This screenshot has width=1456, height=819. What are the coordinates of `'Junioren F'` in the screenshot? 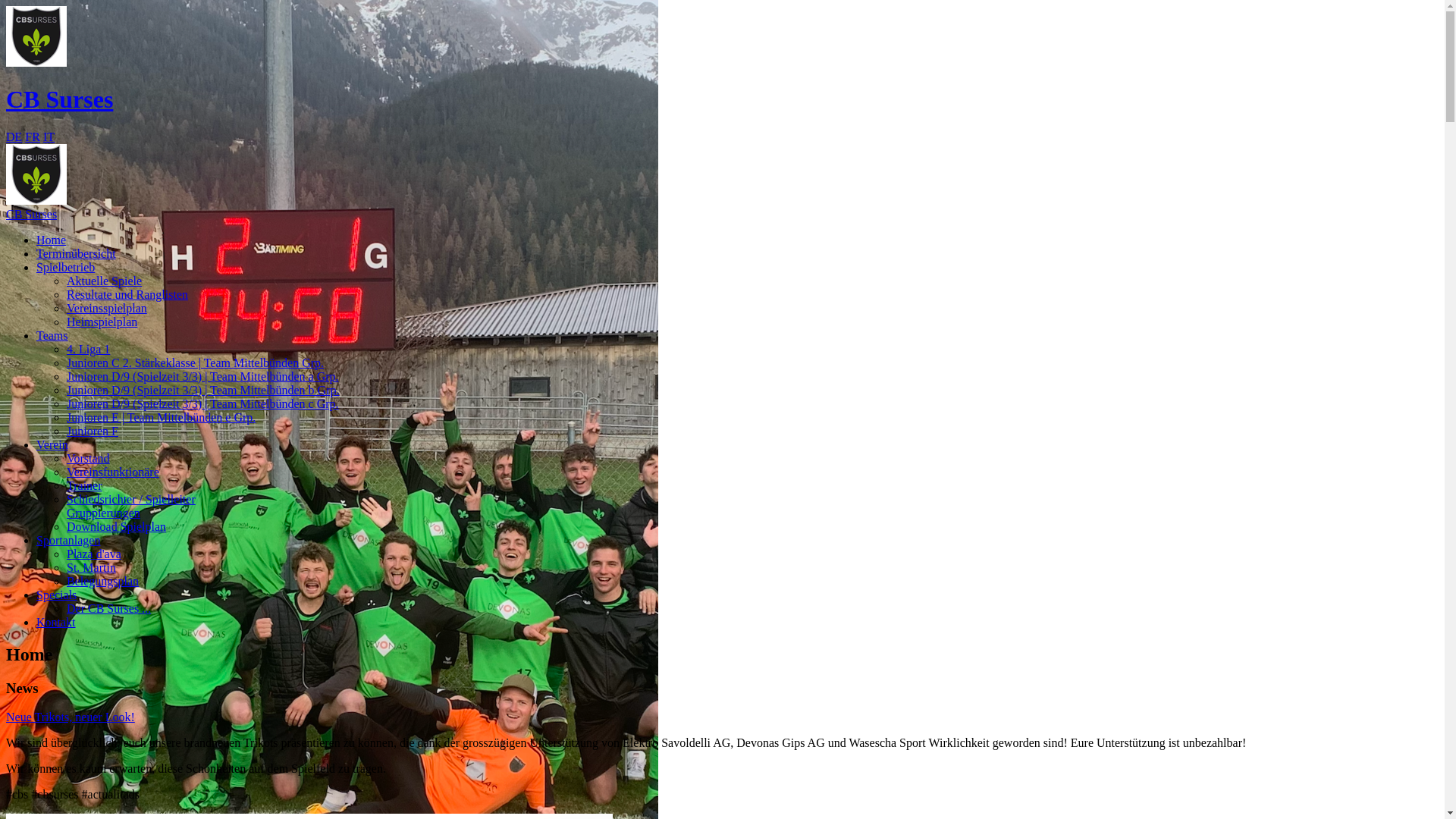 It's located at (91, 431).